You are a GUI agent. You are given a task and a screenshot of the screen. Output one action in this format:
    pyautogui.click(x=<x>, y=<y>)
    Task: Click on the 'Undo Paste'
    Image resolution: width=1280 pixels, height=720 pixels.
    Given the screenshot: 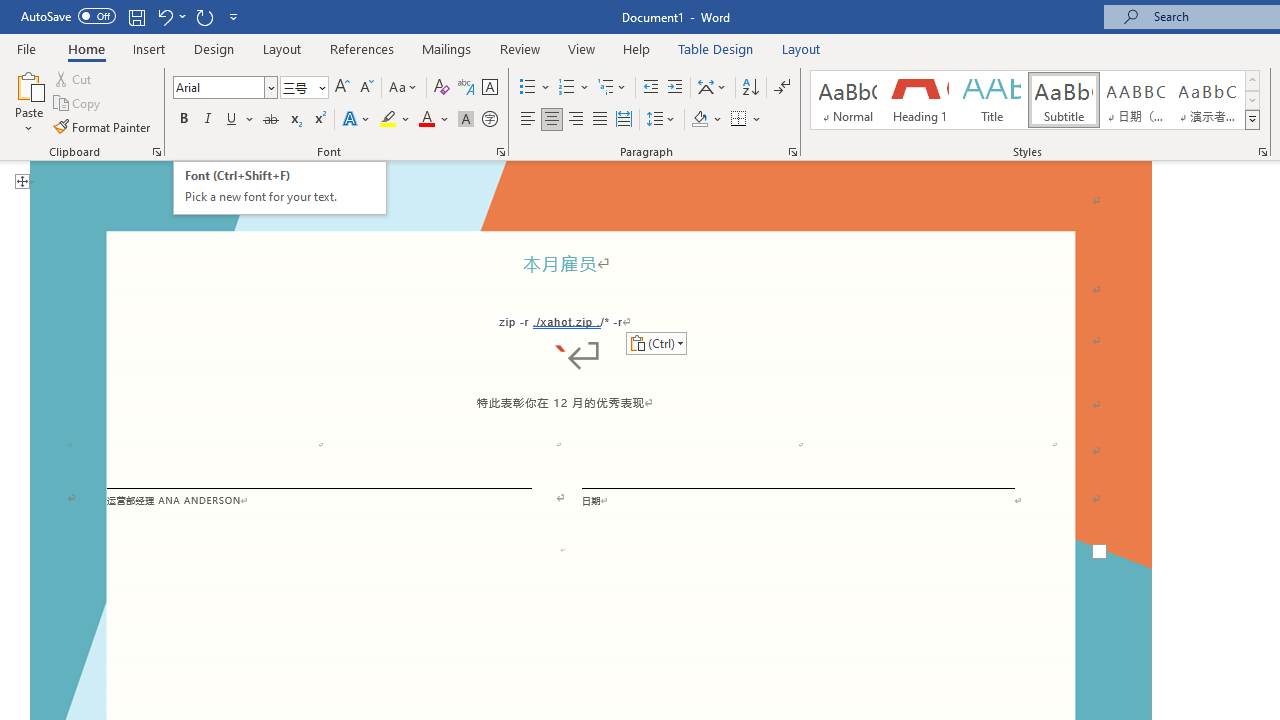 What is the action you would take?
    pyautogui.click(x=164, y=16)
    